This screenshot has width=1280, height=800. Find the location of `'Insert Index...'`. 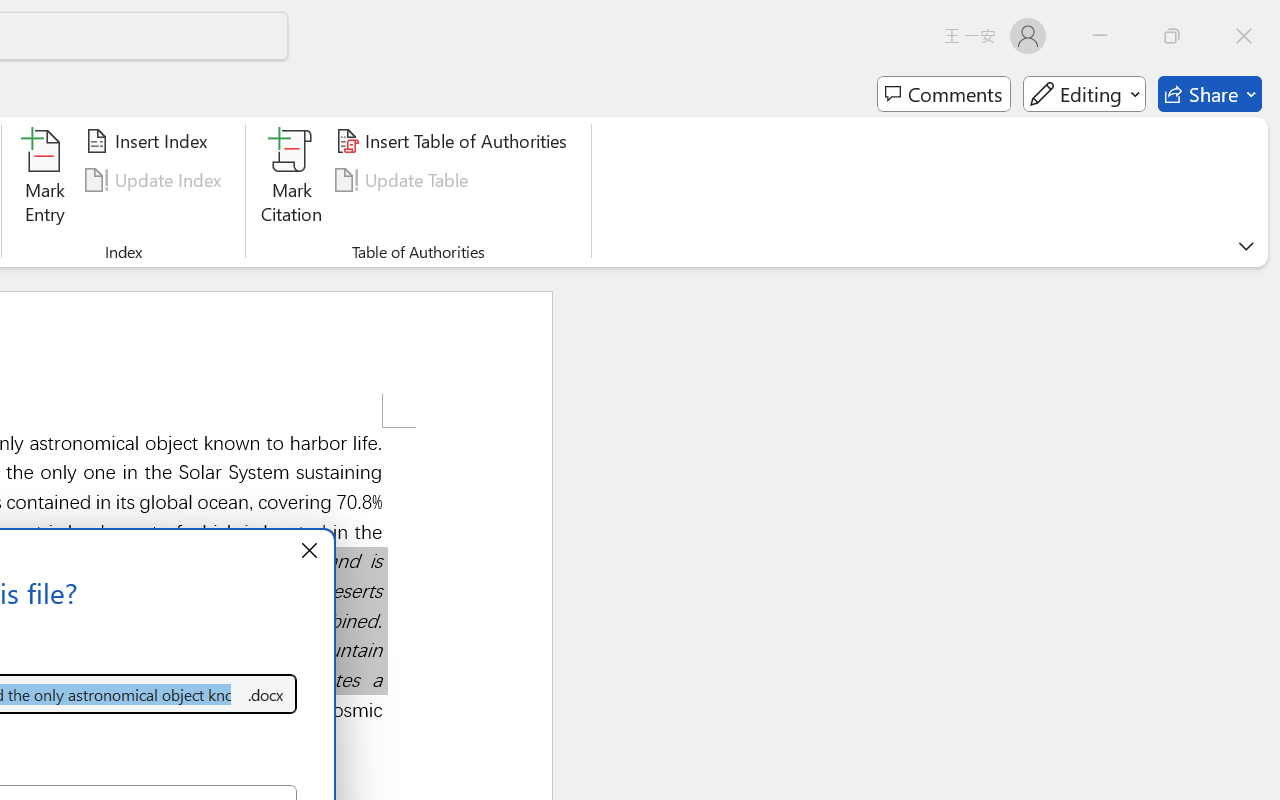

'Insert Index...' is located at coordinates (148, 141).